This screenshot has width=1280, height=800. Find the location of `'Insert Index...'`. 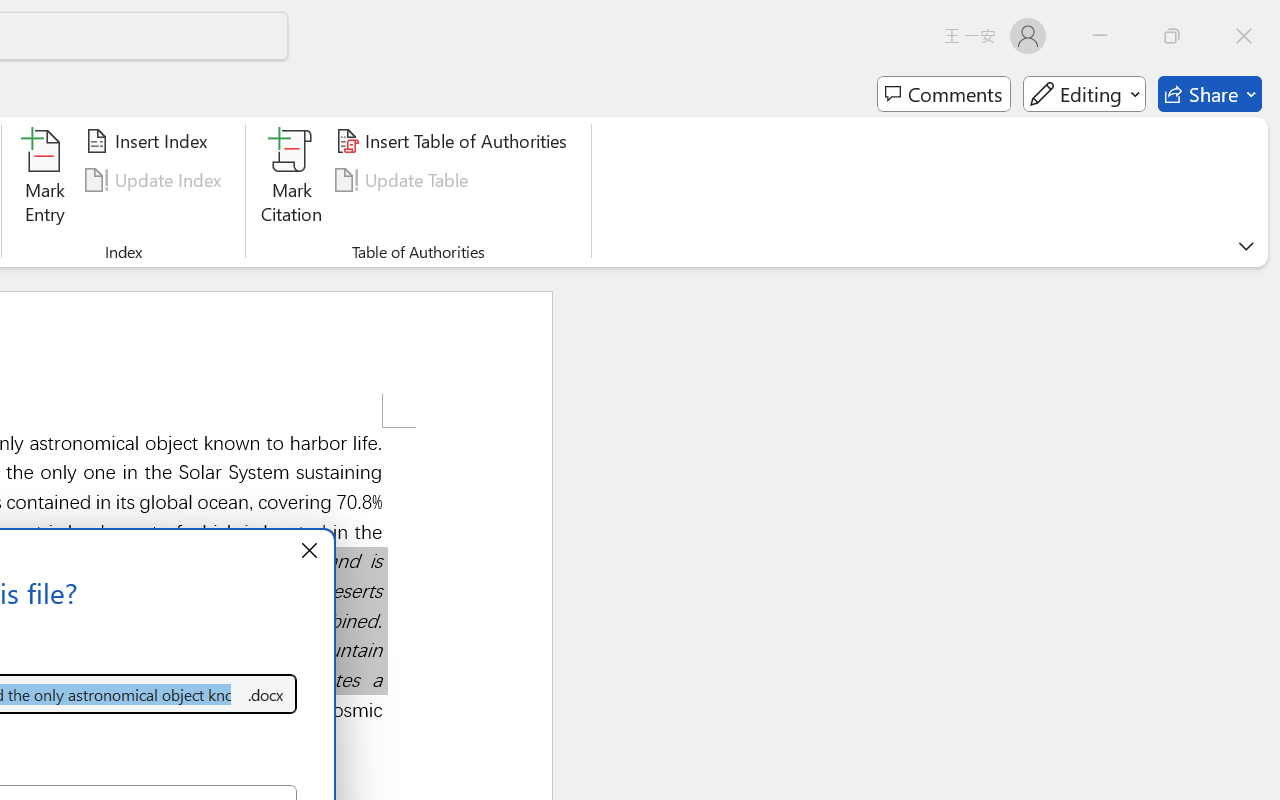

'Insert Index...' is located at coordinates (148, 141).